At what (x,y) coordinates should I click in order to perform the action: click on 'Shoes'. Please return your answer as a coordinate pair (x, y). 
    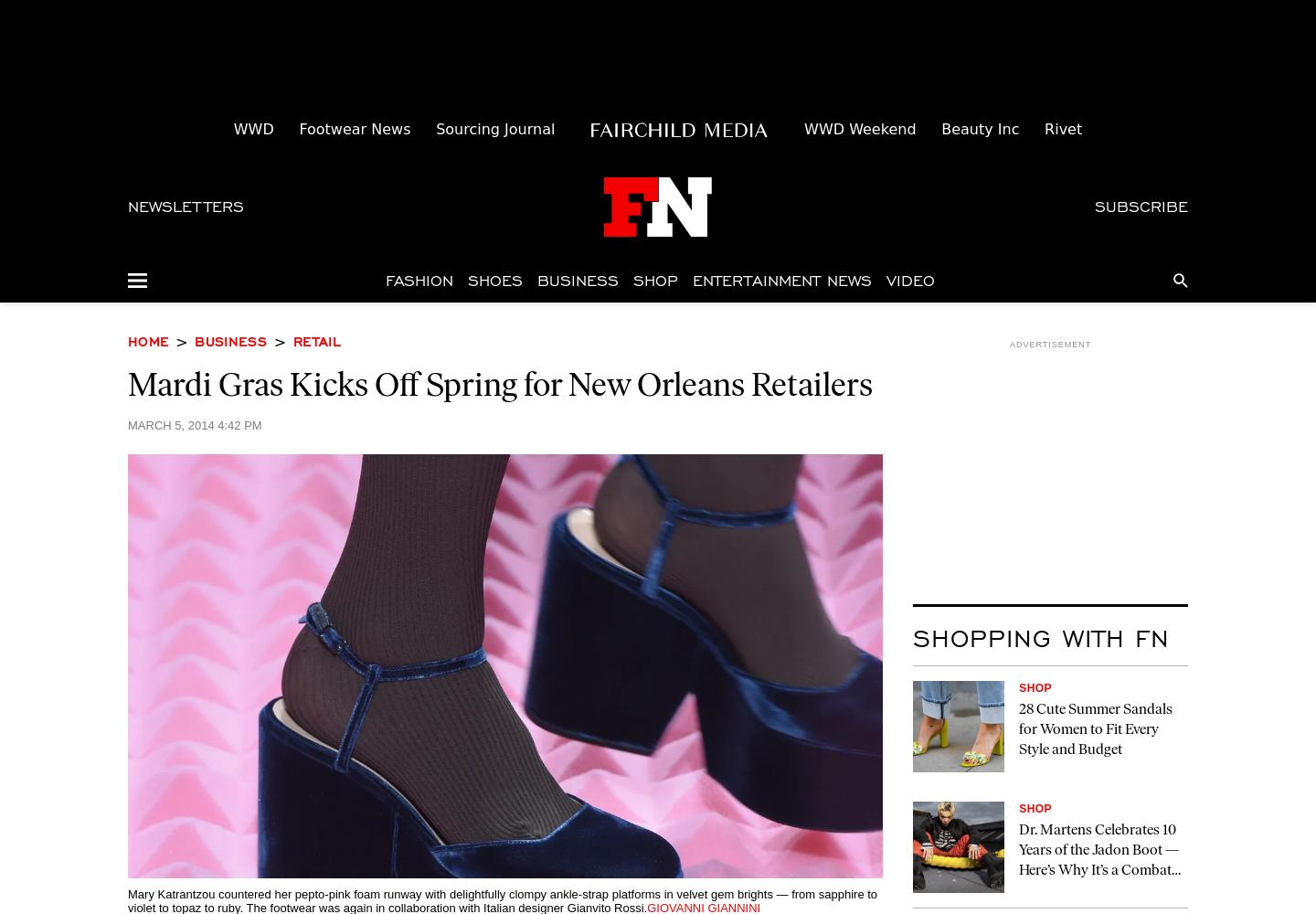
    Looking at the image, I should click on (495, 280).